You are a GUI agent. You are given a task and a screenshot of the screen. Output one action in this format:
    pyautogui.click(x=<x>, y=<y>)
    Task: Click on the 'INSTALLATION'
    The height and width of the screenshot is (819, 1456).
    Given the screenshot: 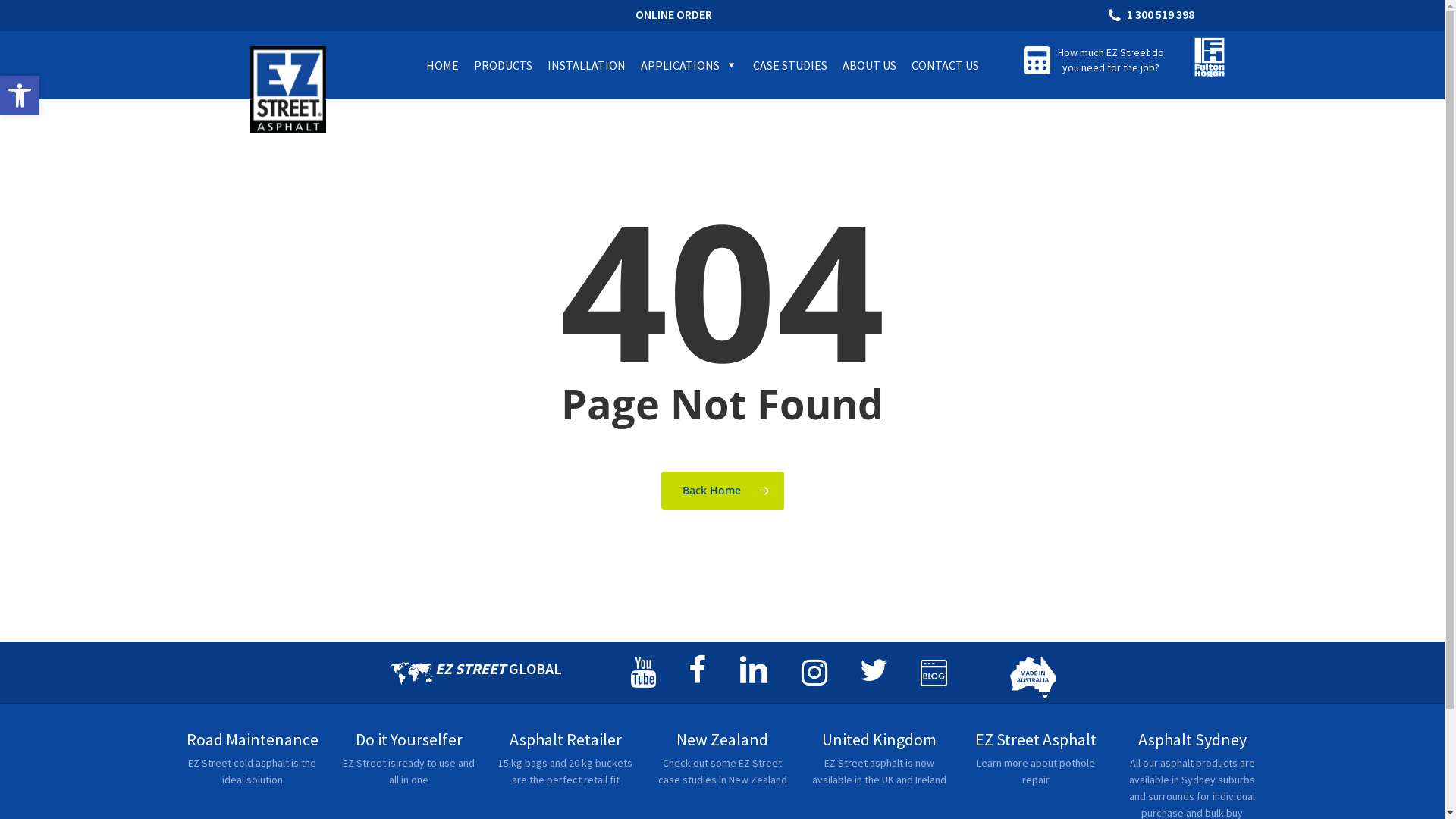 What is the action you would take?
    pyautogui.click(x=585, y=64)
    